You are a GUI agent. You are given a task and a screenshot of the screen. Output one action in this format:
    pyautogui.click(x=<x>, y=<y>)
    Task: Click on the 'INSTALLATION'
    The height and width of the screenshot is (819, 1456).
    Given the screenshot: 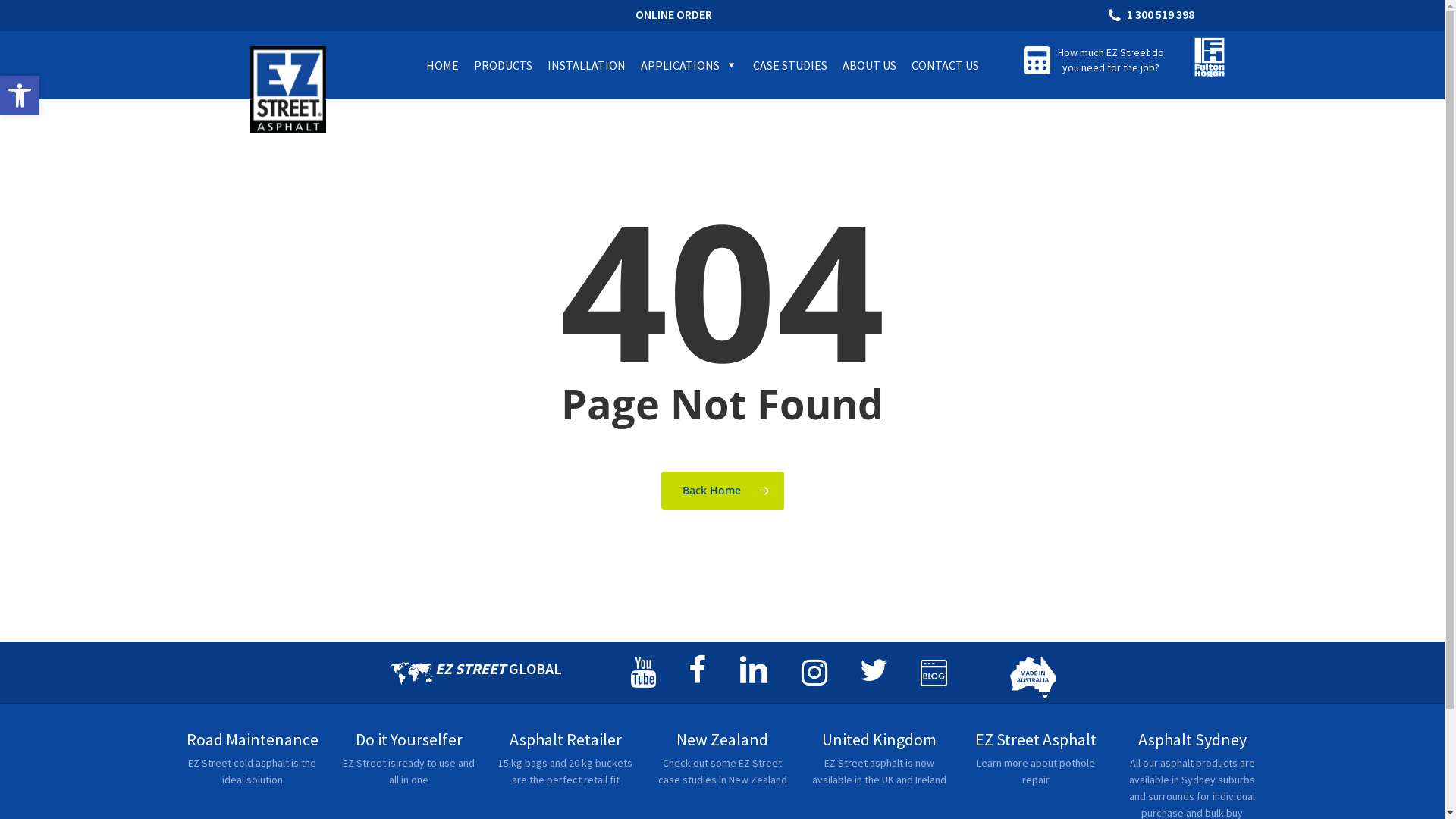 What is the action you would take?
    pyautogui.click(x=585, y=64)
    